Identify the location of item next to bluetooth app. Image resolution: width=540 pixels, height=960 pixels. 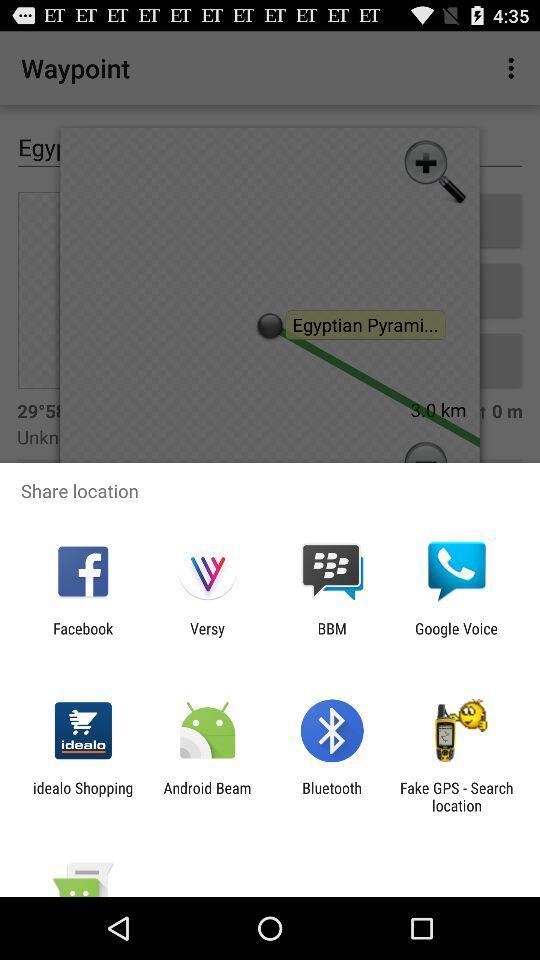
(206, 796).